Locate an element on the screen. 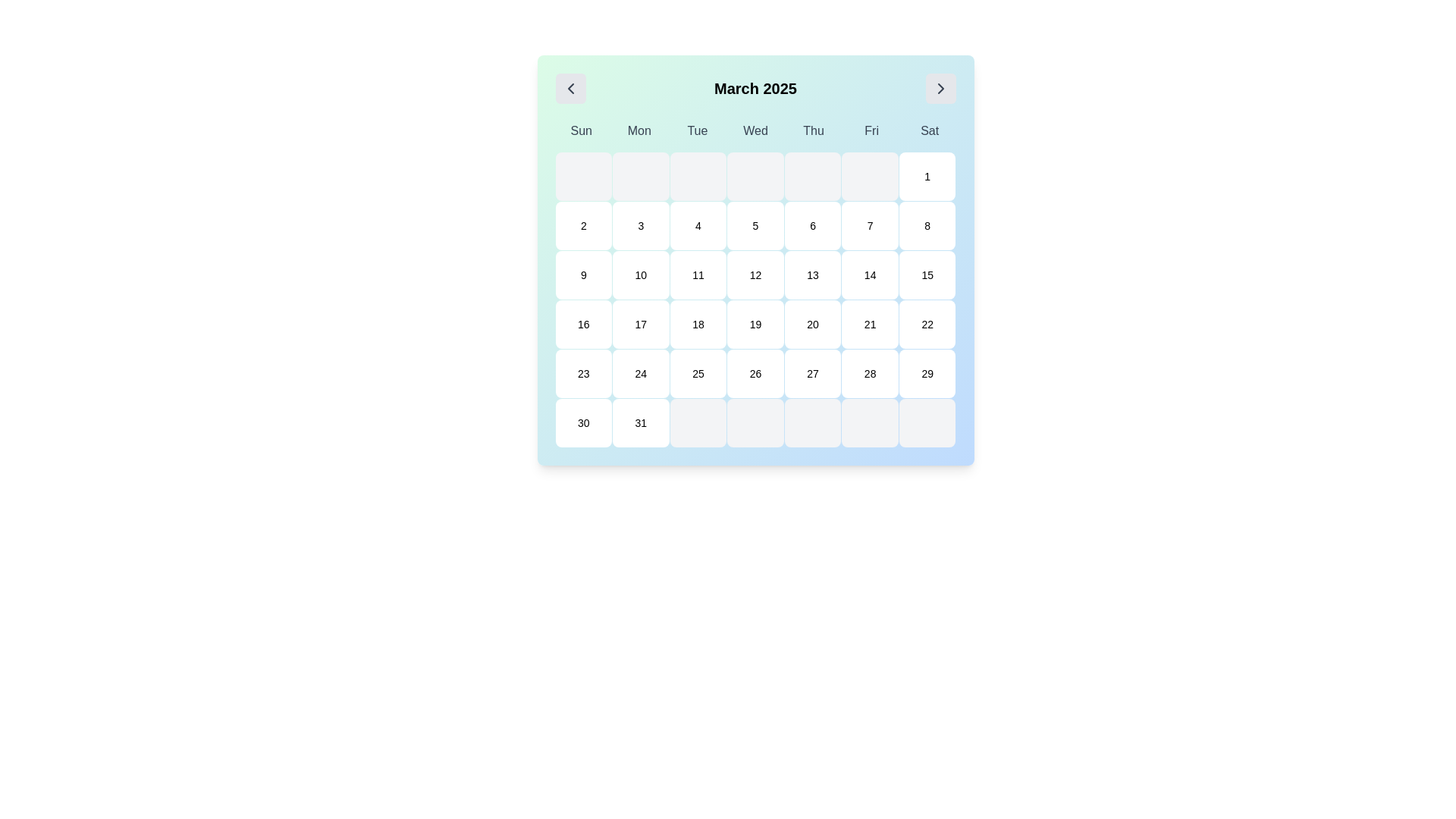 This screenshot has width=1456, height=819. the square-shaped button labeled '31' in the last row and sixth column of the monthly calendar grid is located at coordinates (641, 423).